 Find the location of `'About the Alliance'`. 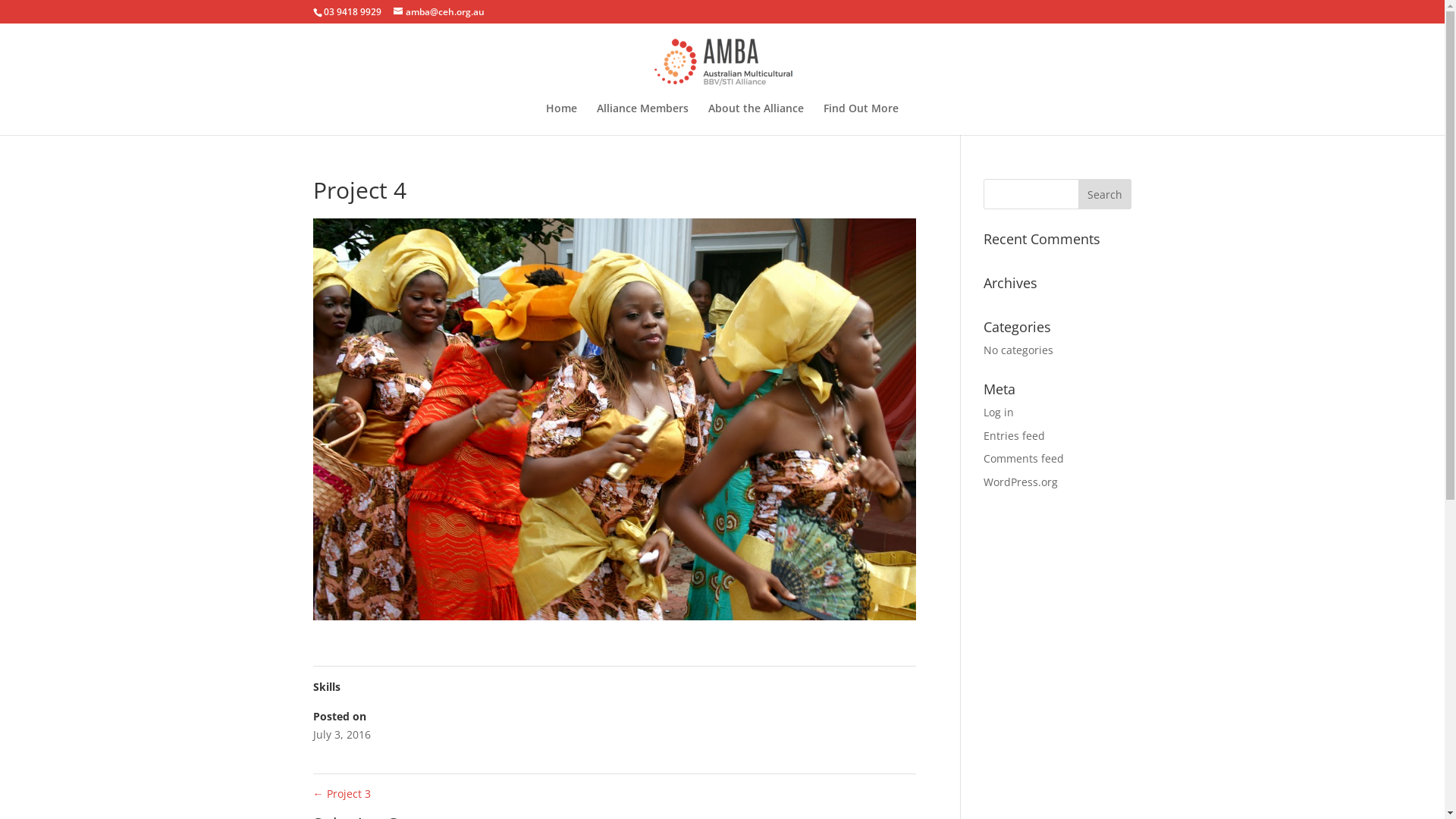

'About the Alliance' is located at coordinates (756, 118).